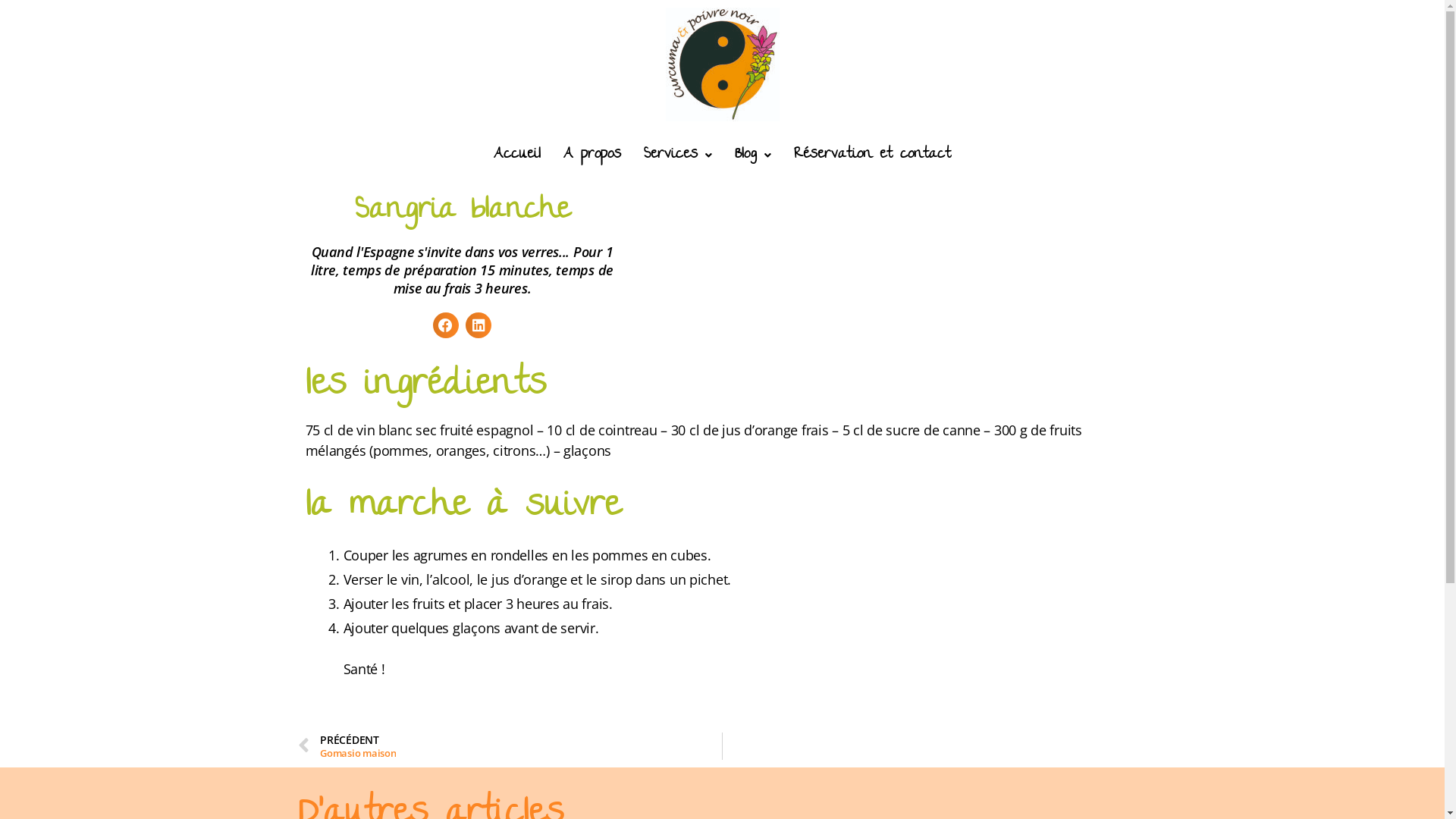 Image resolution: width=1456 pixels, height=819 pixels. Describe the element at coordinates (591, 155) in the screenshot. I see `'A propos'` at that location.